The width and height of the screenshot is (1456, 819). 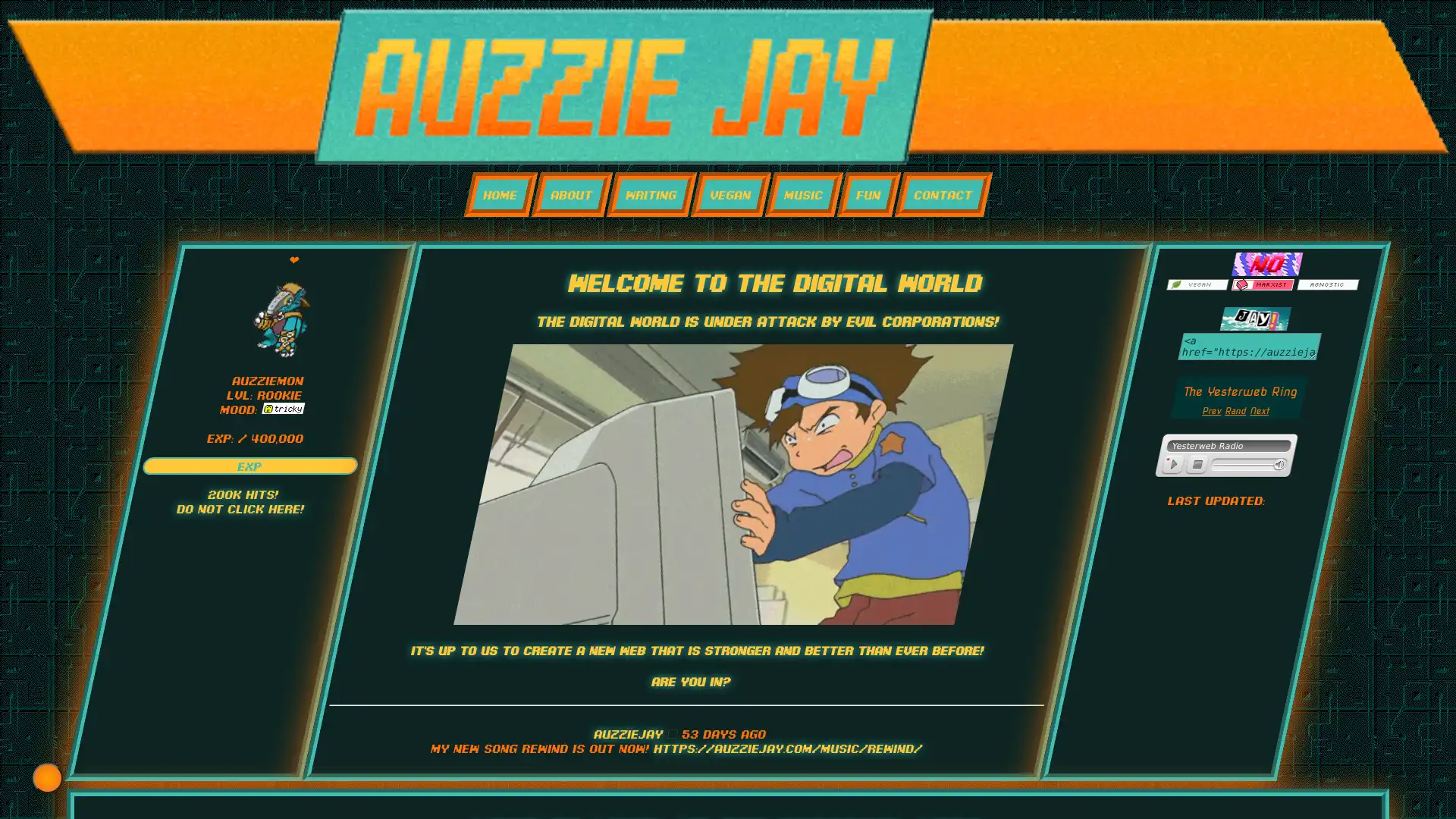 I want to click on VEGAN, so click(x=730, y=193).